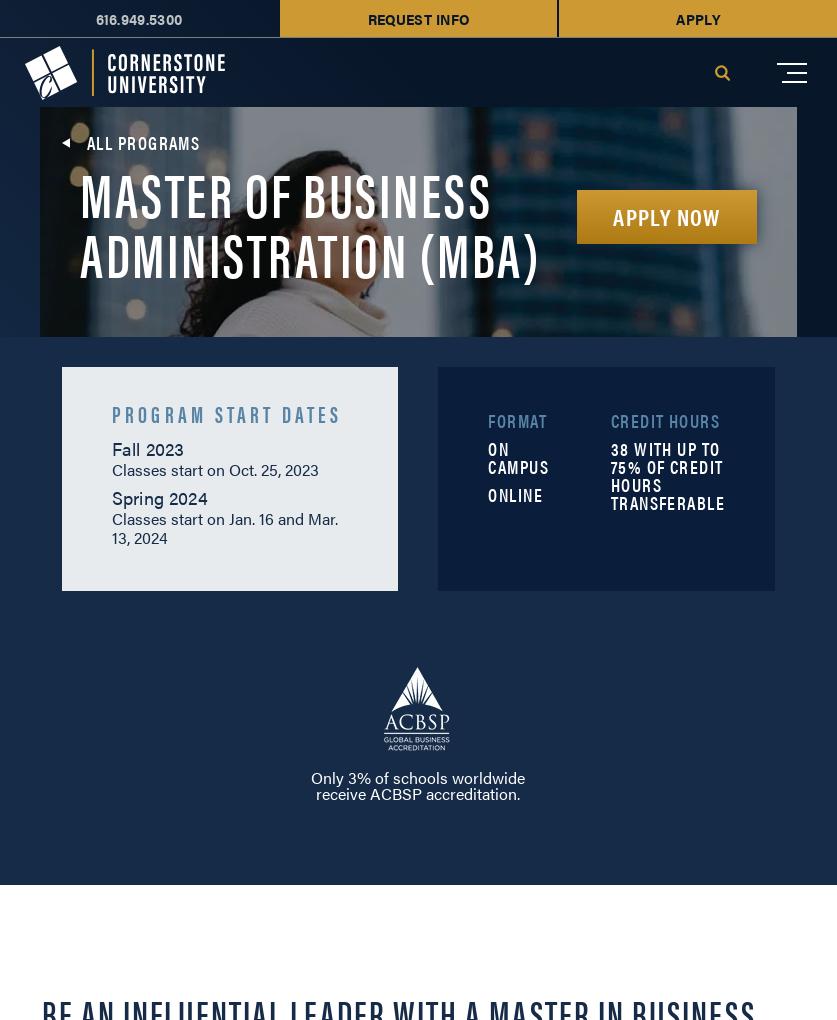  What do you see at coordinates (142, 142) in the screenshot?
I see `'All Programs'` at bounding box center [142, 142].